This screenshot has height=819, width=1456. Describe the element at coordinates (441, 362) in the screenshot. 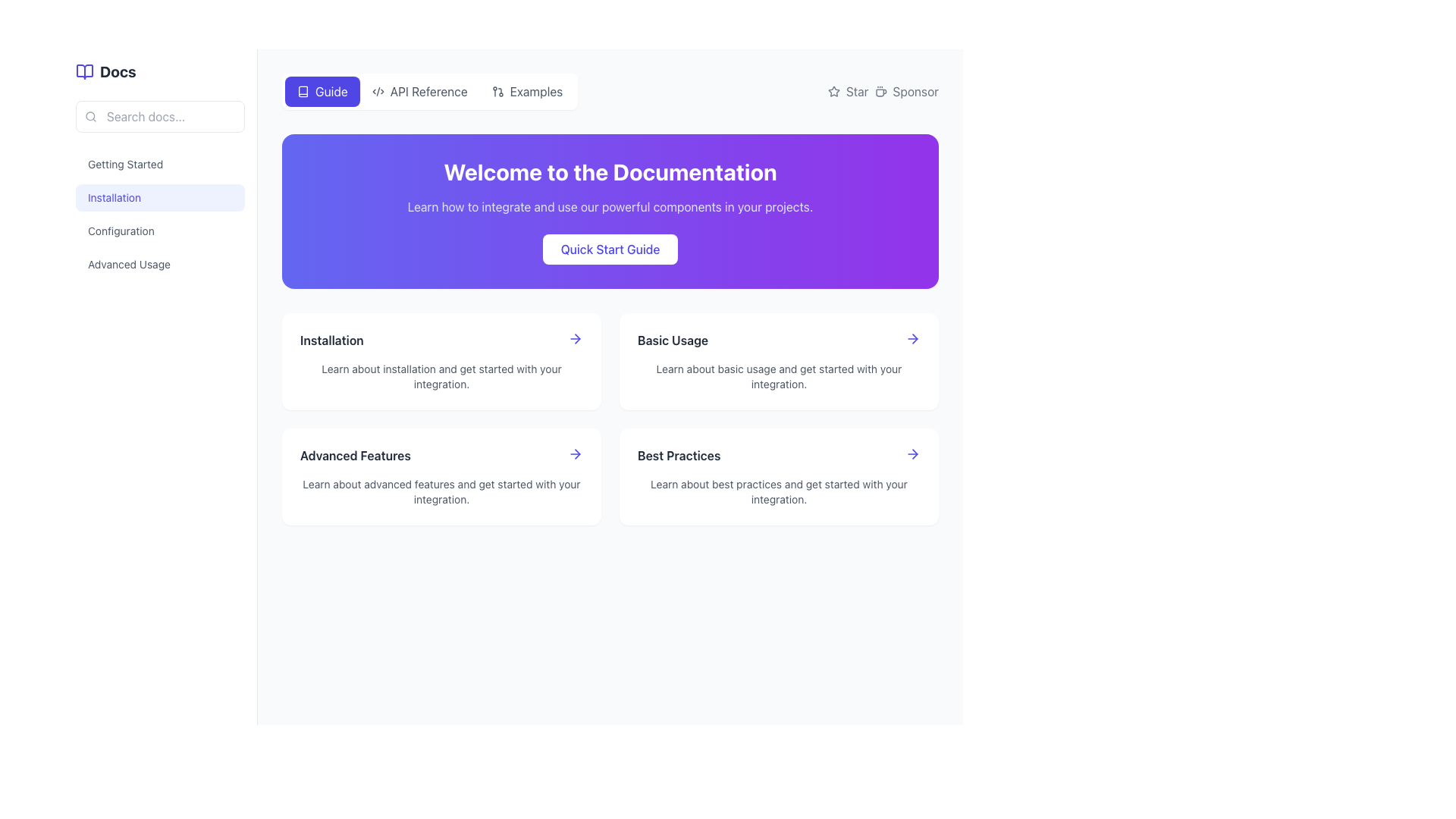

I see `title of the installation overview card located in the top-left section of the four-card grid layout` at that location.